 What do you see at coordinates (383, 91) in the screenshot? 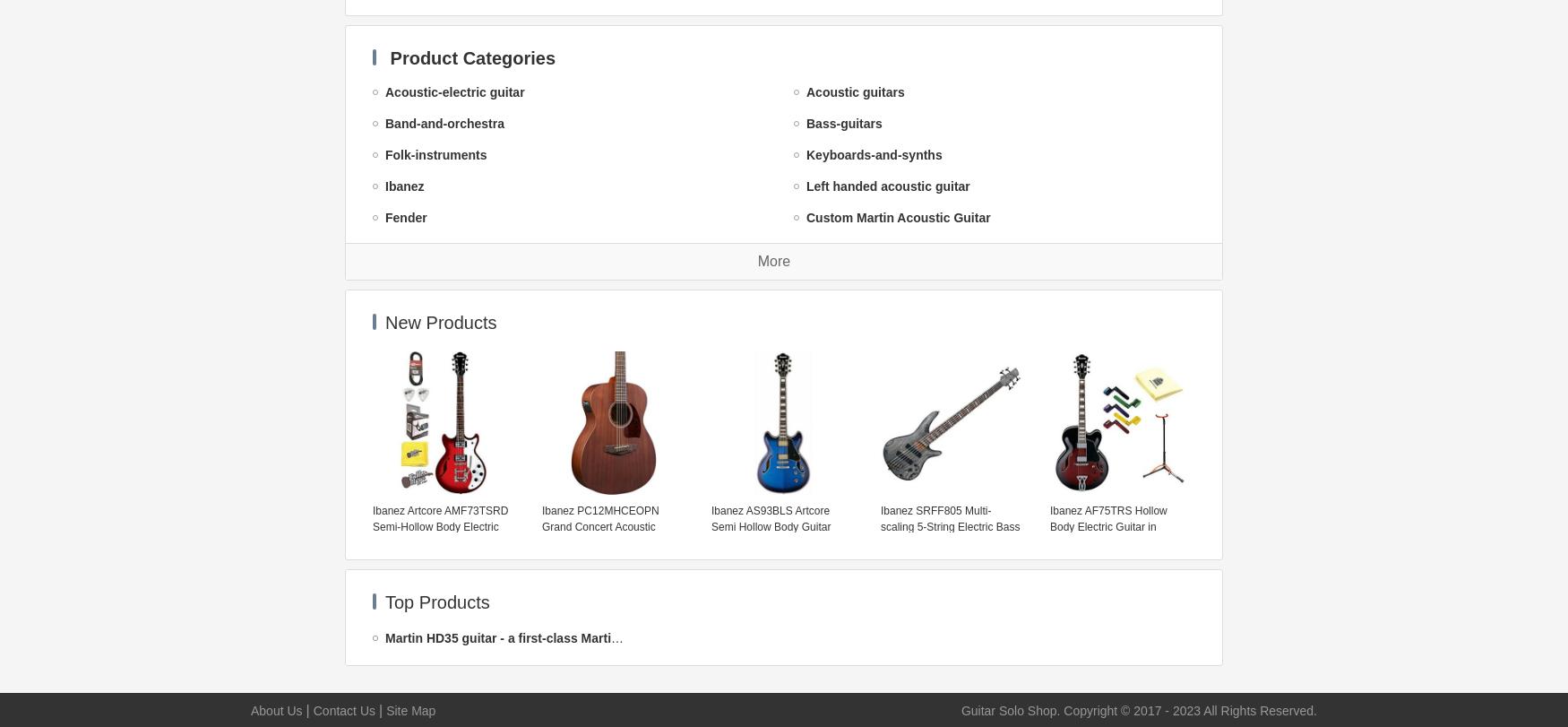
I see `'Acoustic-electric guitar'` at bounding box center [383, 91].